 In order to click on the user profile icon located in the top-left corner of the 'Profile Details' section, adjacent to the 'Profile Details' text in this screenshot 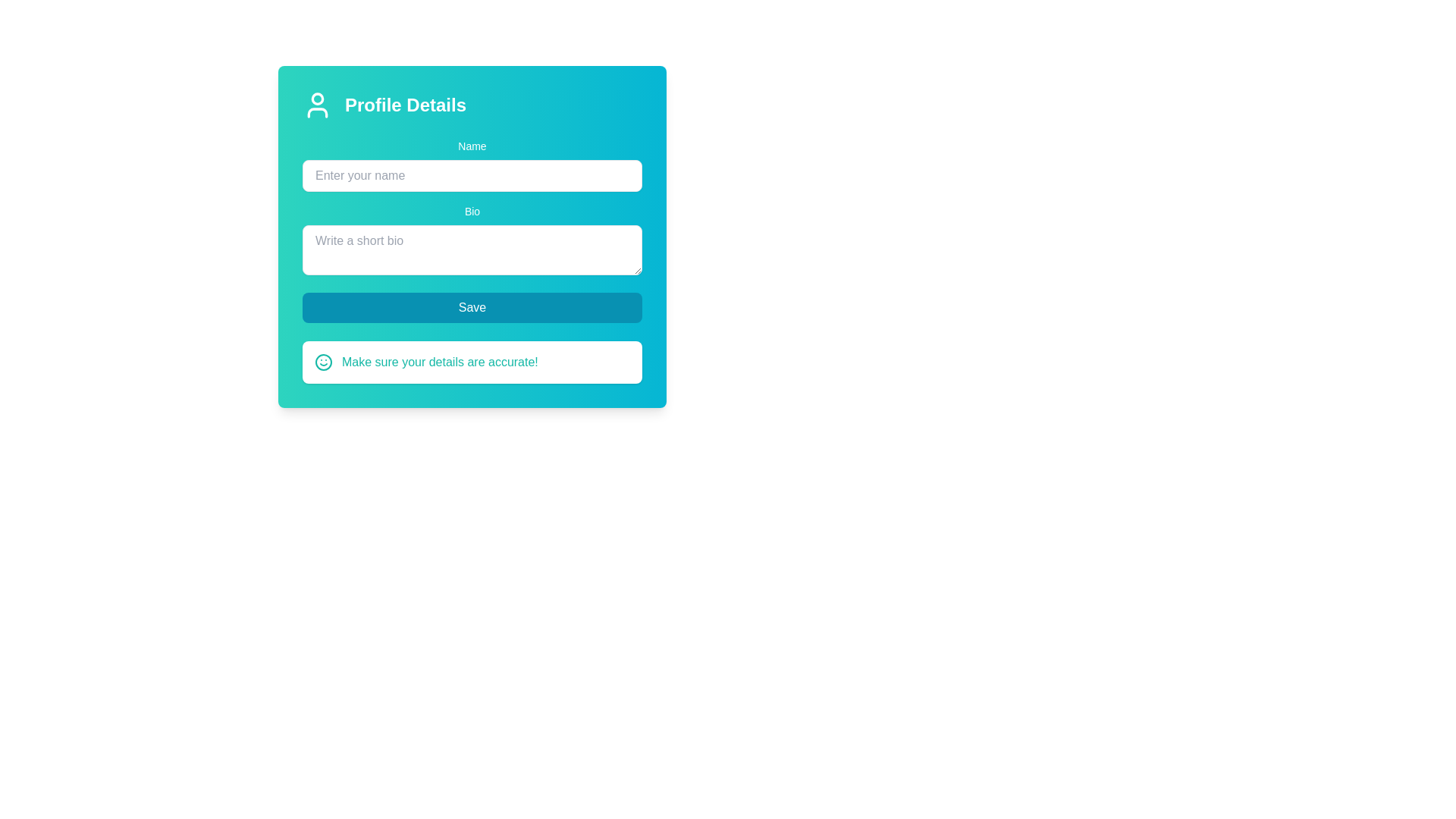, I will do `click(316, 104)`.